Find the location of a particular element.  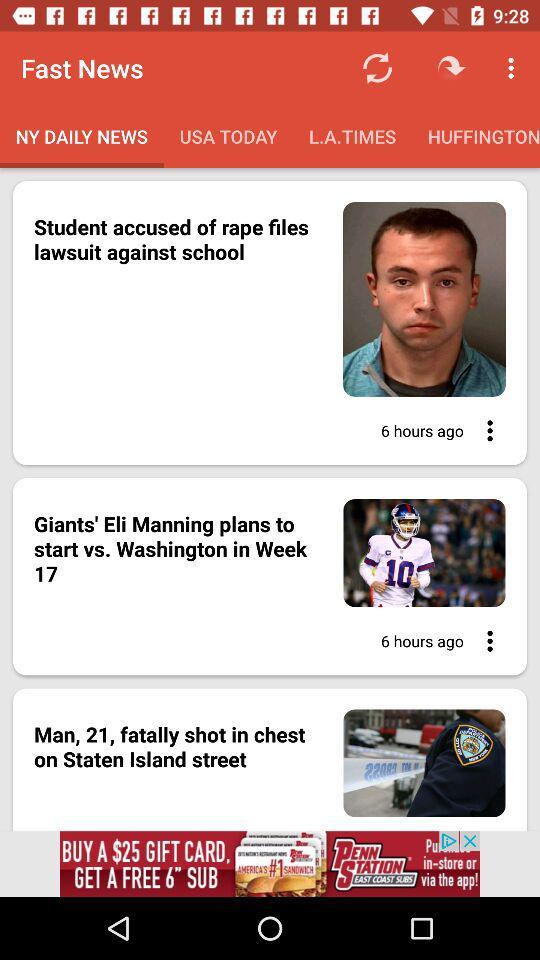

the icon below the second pic is located at coordinates (483, 640).